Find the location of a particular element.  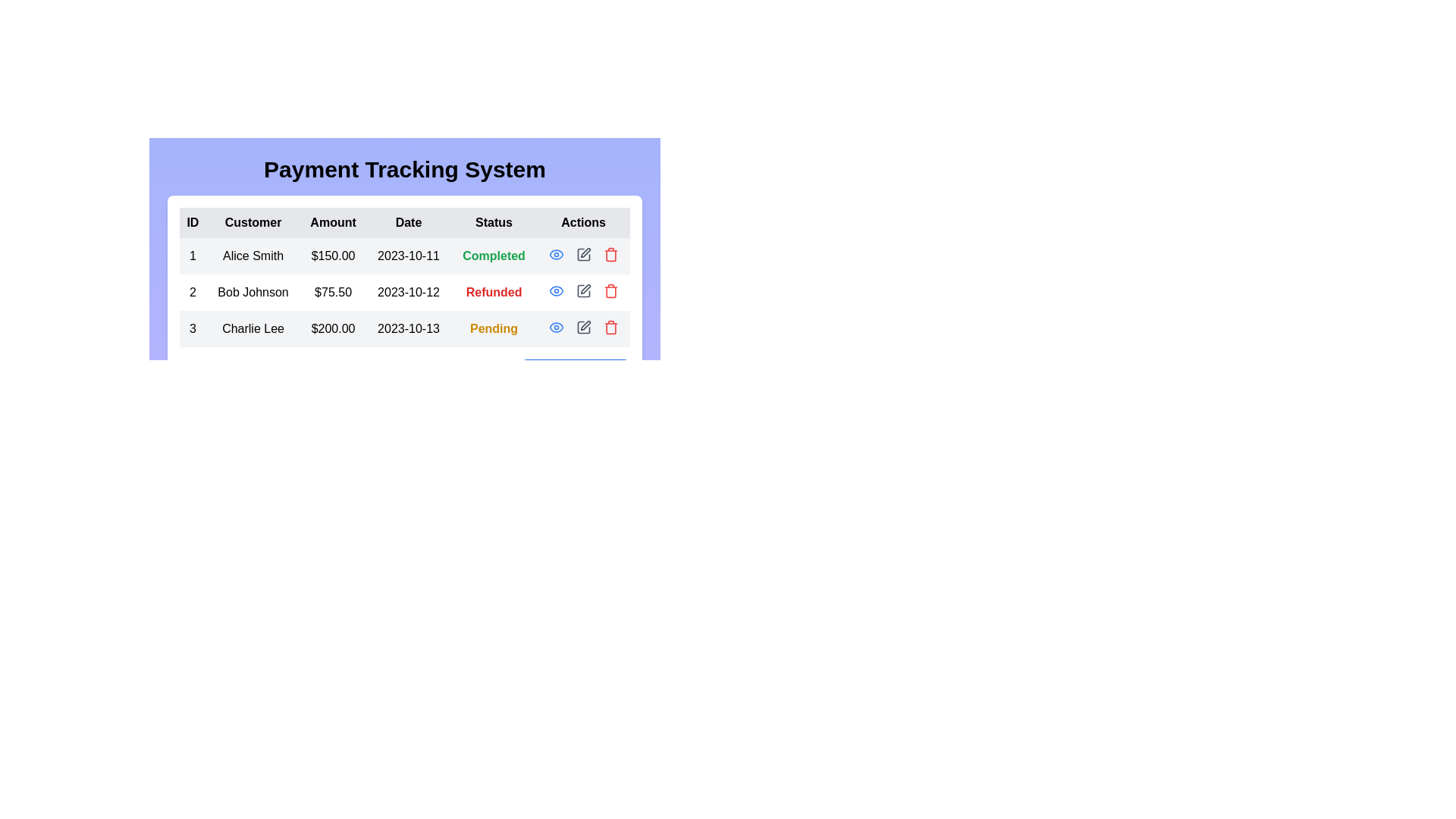

the text display showing '$75.50' in the 'Amount' column of the payment tracking table, which is located between 'Bob Johnson' and '2023-10-12' is located at coordinates (332, 292).